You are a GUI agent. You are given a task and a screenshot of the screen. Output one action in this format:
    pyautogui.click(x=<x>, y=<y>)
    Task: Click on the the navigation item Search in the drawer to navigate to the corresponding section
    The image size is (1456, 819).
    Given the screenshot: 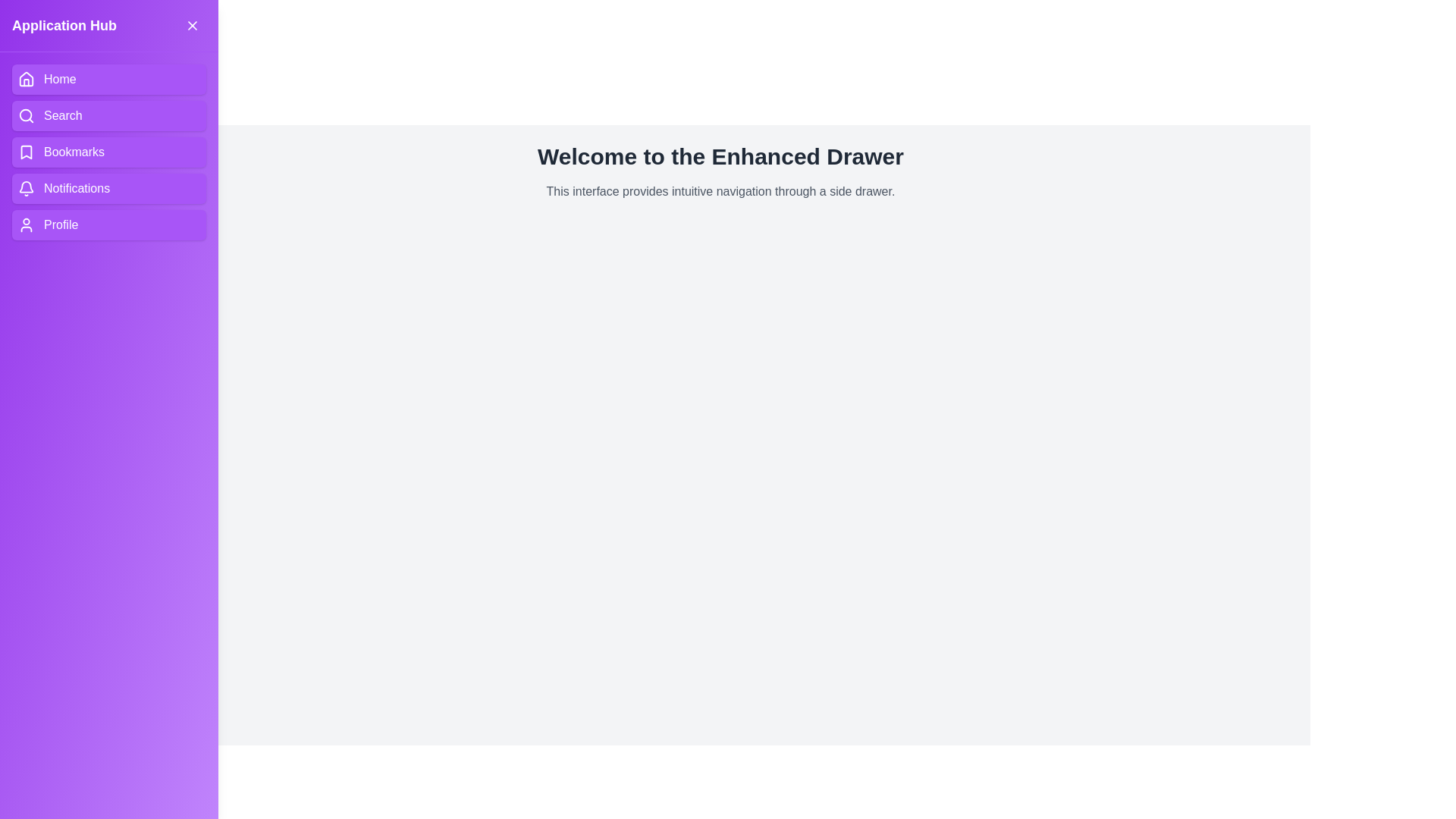 What is the action you would take?
    pyautogui.click(x=108, y=115)
    